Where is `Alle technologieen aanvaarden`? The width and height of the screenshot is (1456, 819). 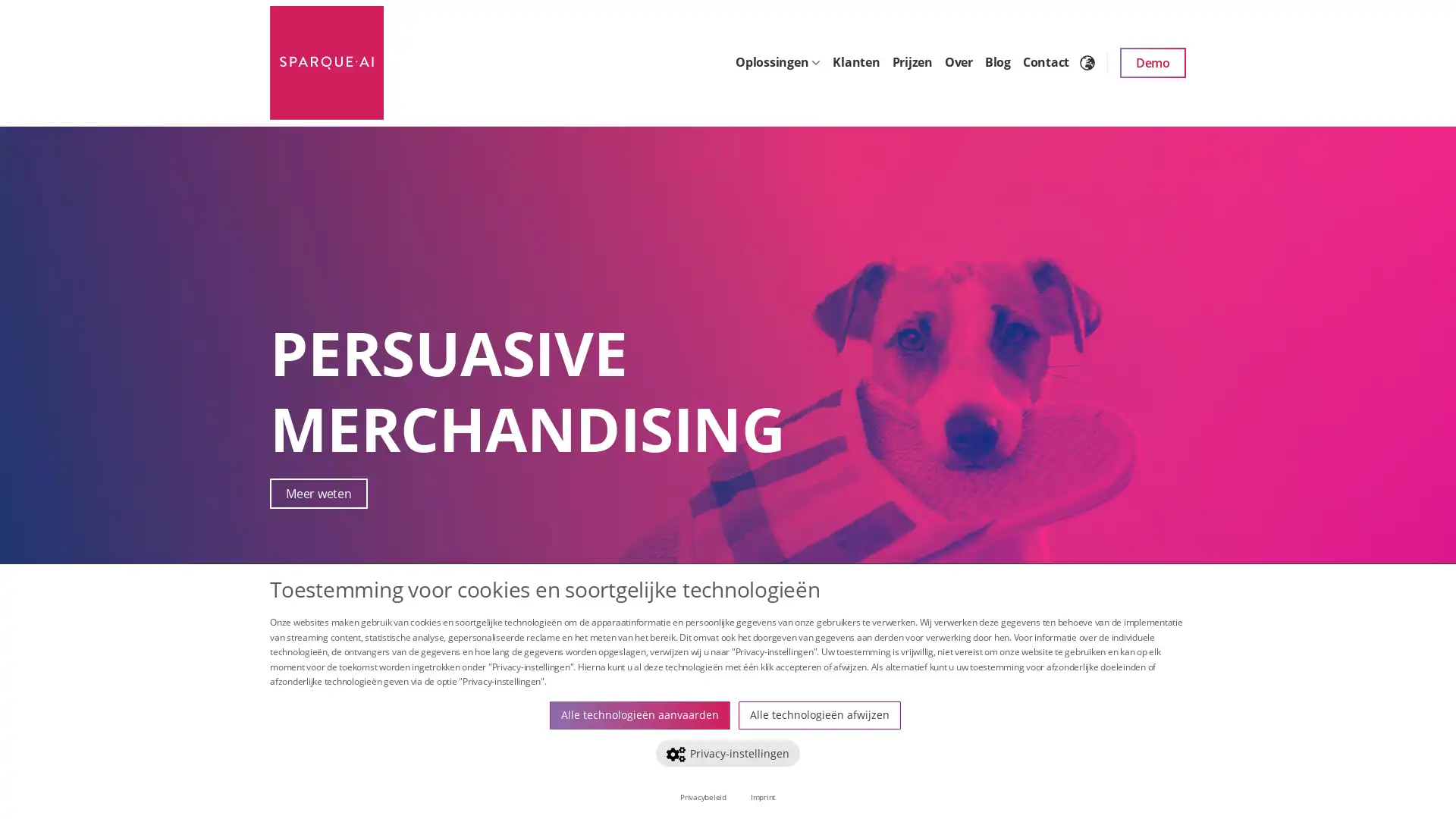 Alle technologieen aanvaarden is located at coordinates (640, 714).